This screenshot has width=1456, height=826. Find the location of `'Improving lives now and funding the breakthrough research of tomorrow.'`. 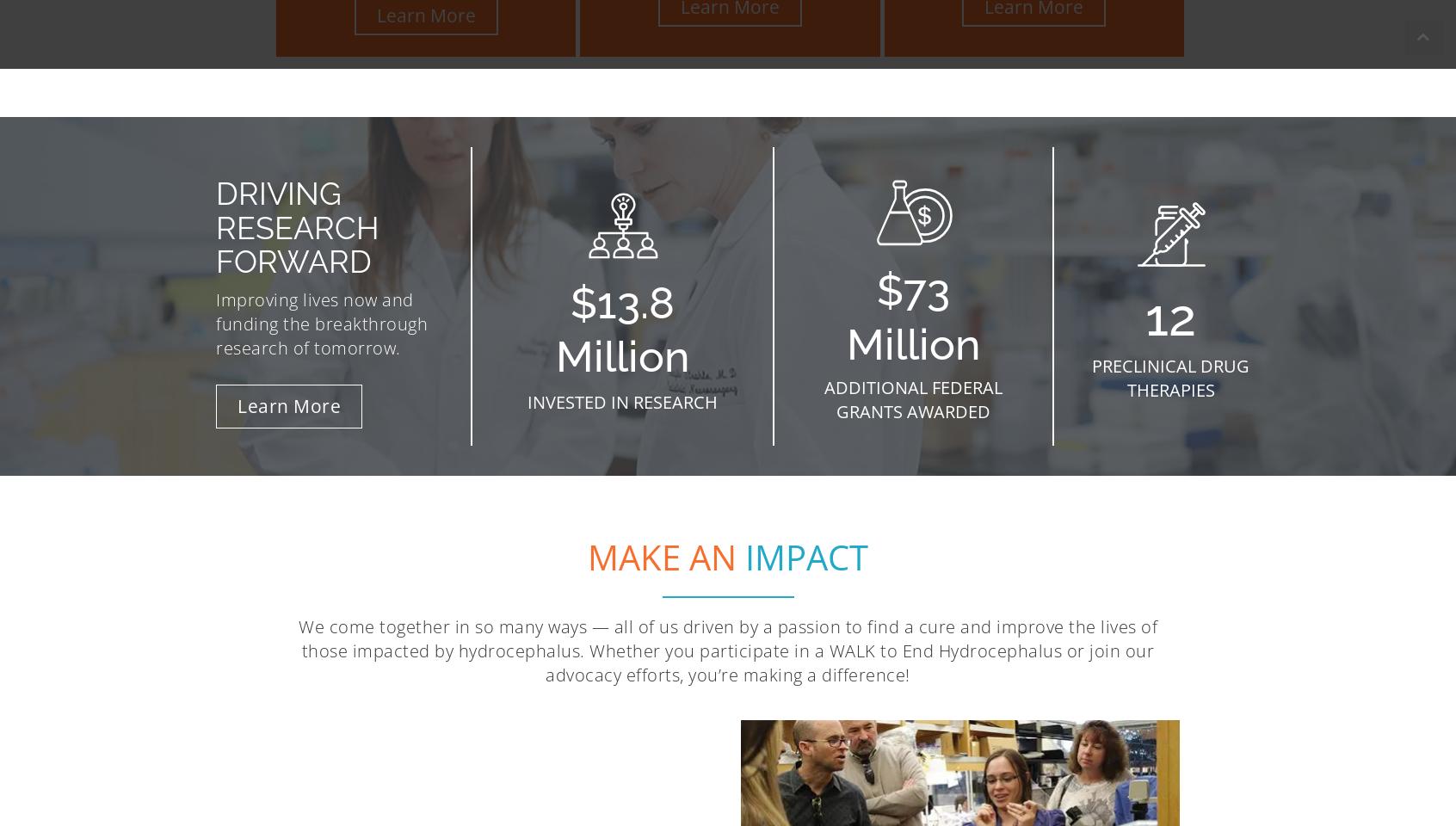

'Improving lives now and funding the breakthrough research of tomorrow.' is located at coordinates (321, 322).